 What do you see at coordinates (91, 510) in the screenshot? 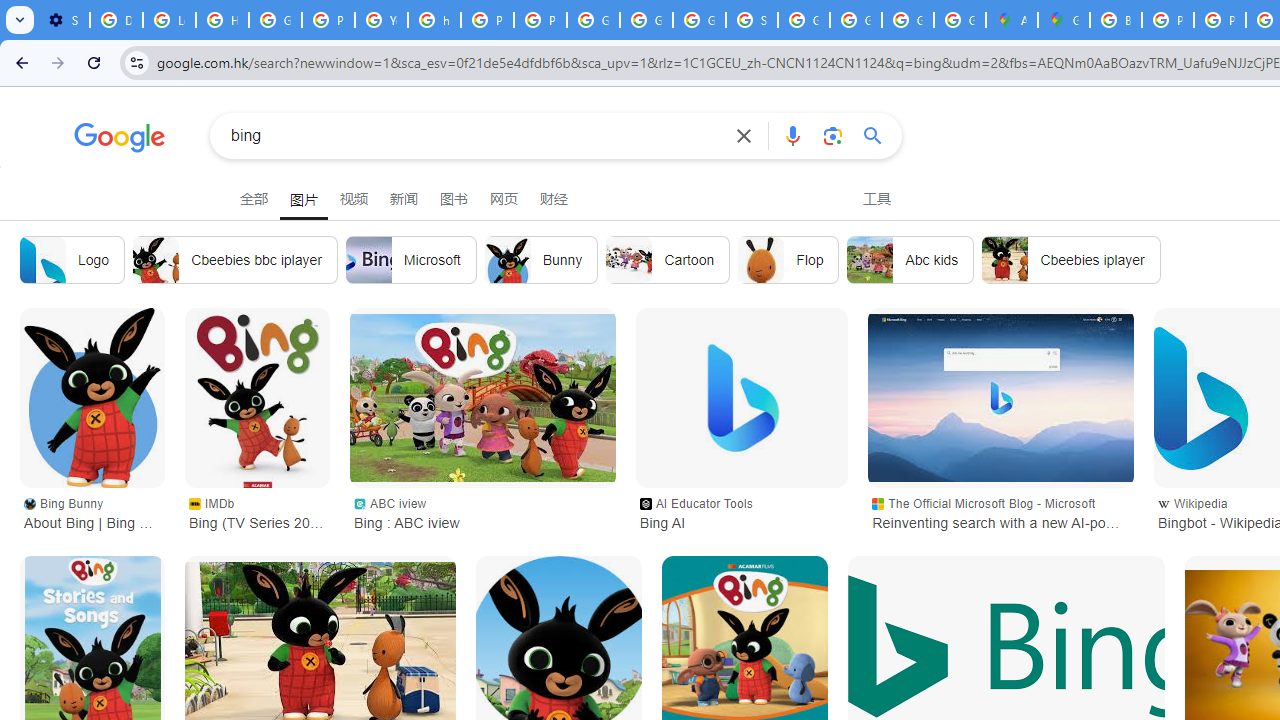
I see `'Bing Bunny About Bing | Bing Bunny'` at bounding box center [91, 510].